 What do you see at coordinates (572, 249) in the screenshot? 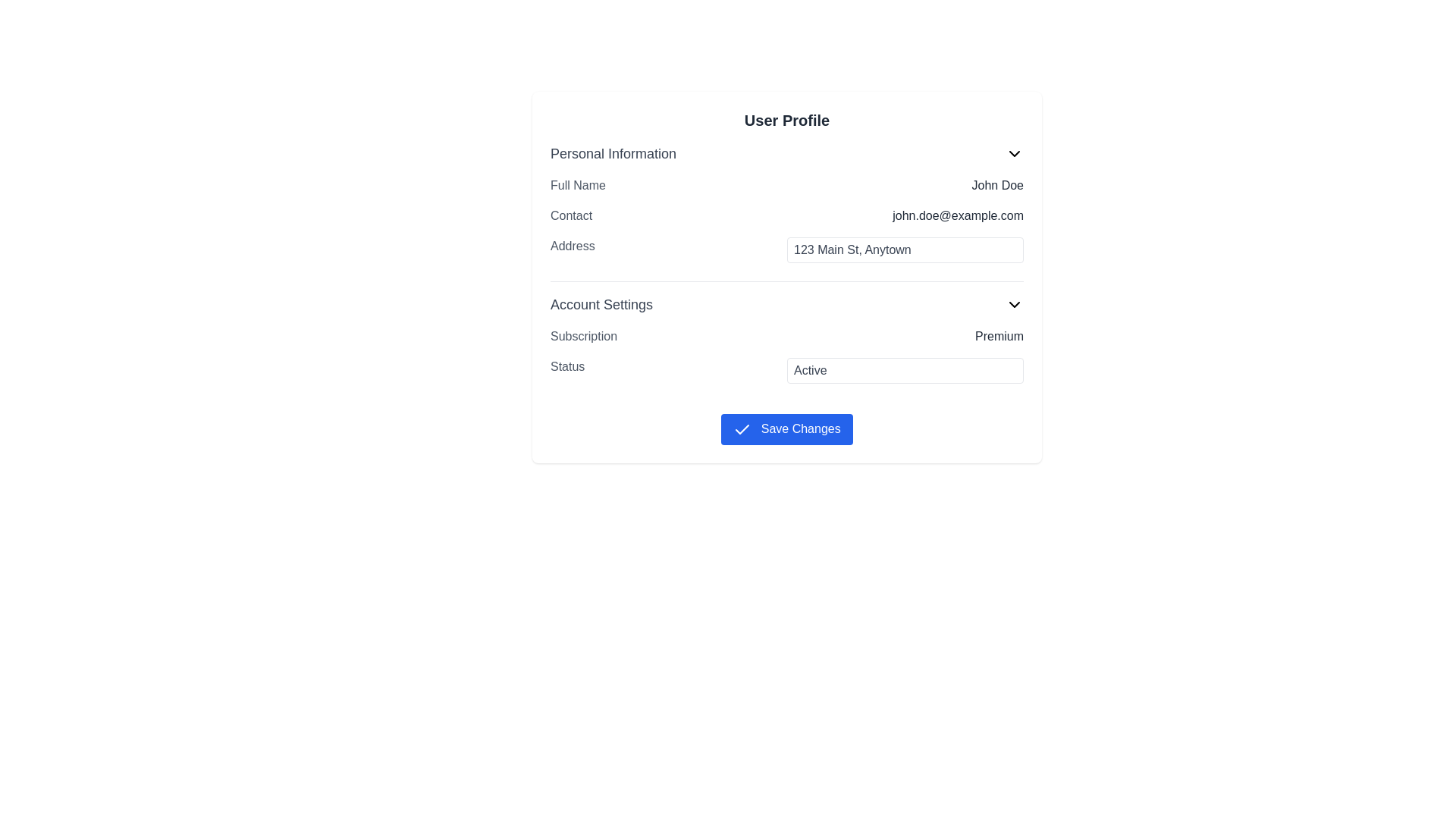
I see `'Address' text label that is displayed in medium gray color on the left side of the address input field in the form interface` at bounding box center [572, 249].